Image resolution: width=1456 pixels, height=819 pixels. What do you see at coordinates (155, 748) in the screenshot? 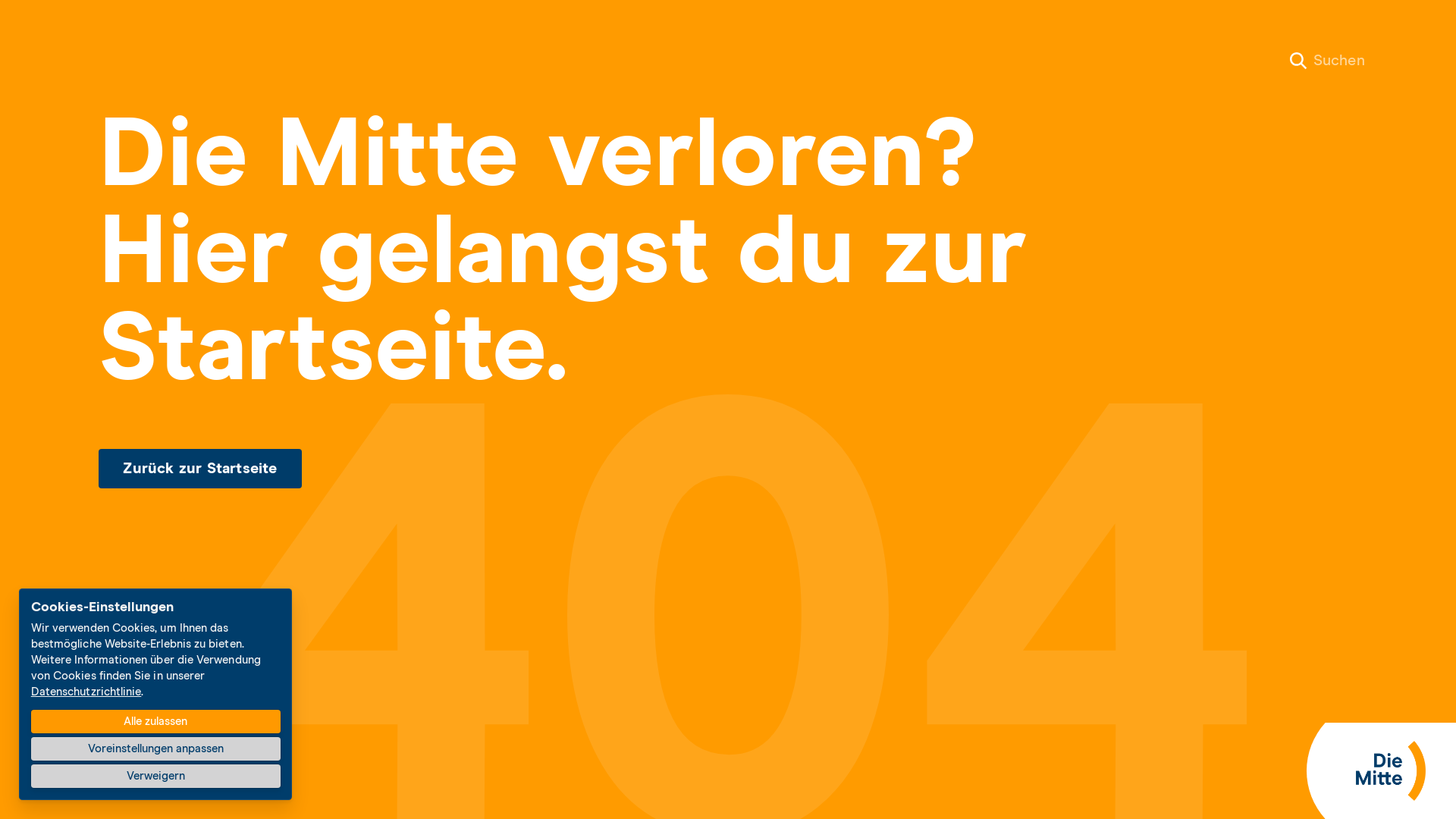
I see `'Voreinstellungen anpassen'` at bounding box center [155, 748].